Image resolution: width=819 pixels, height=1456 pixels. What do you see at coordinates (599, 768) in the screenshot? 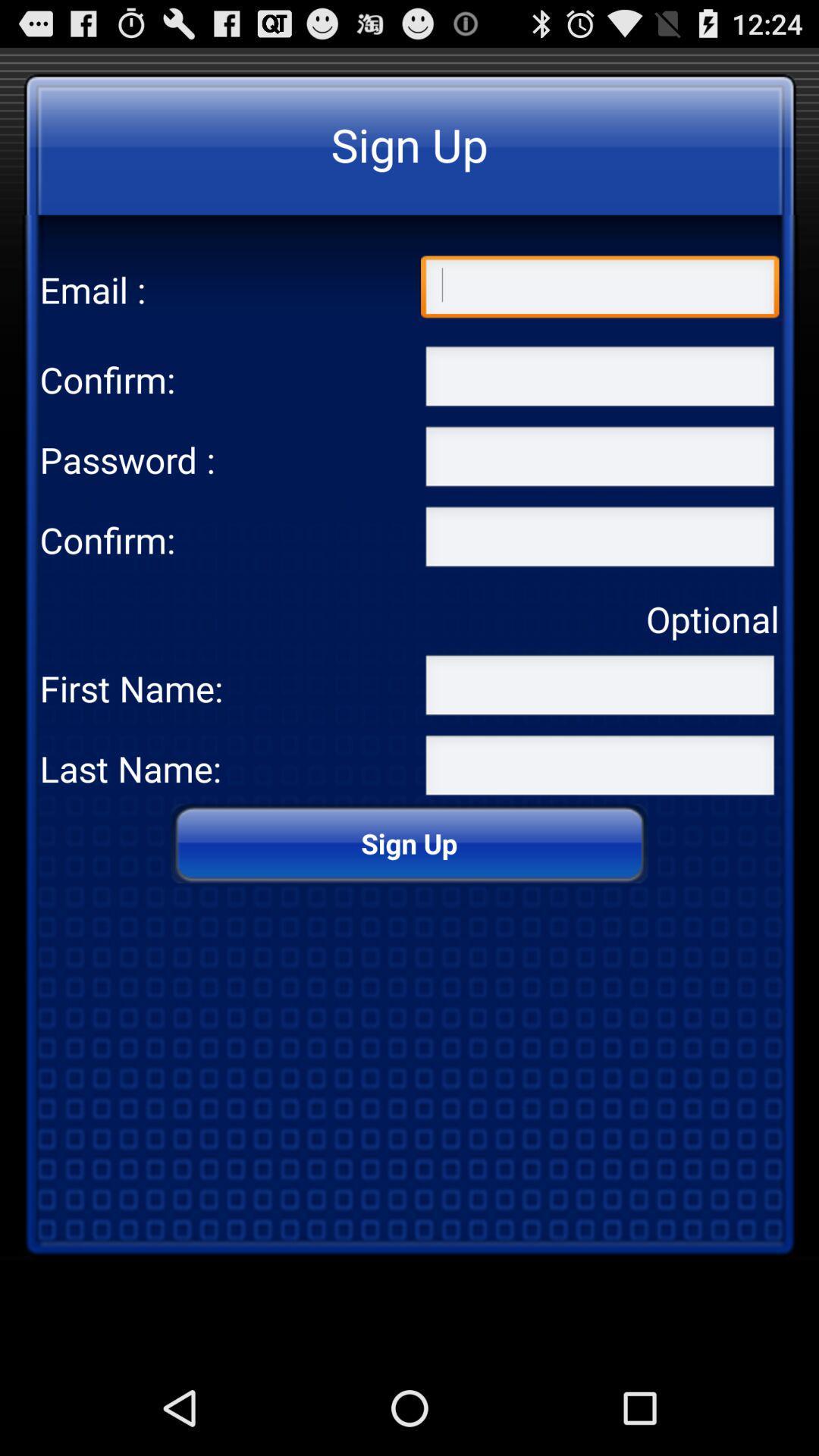
I see `text in the last name field` at bounding box center [599, 768].